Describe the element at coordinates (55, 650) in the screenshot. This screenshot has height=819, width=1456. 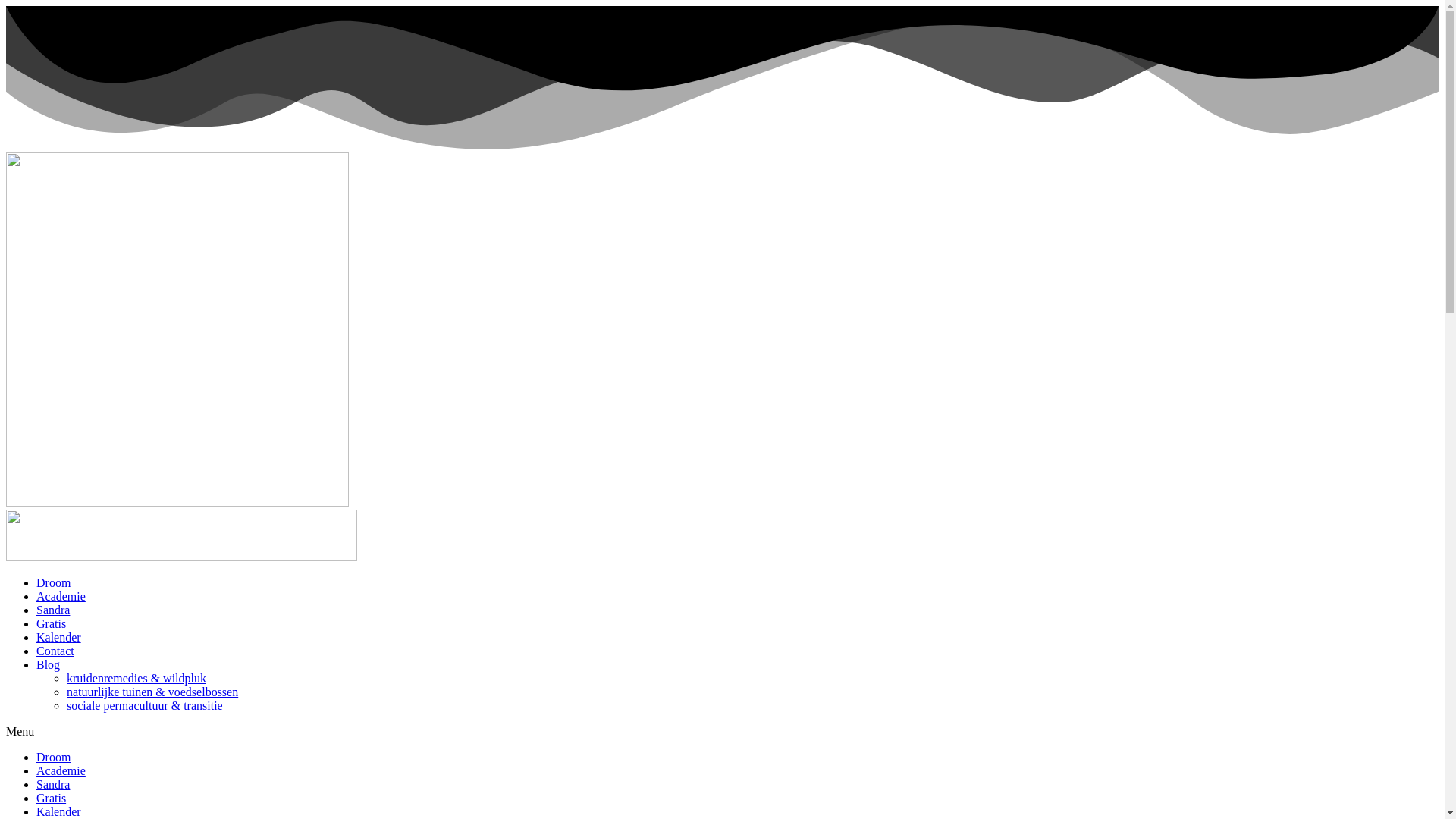
I see `'Contact'` at that location.